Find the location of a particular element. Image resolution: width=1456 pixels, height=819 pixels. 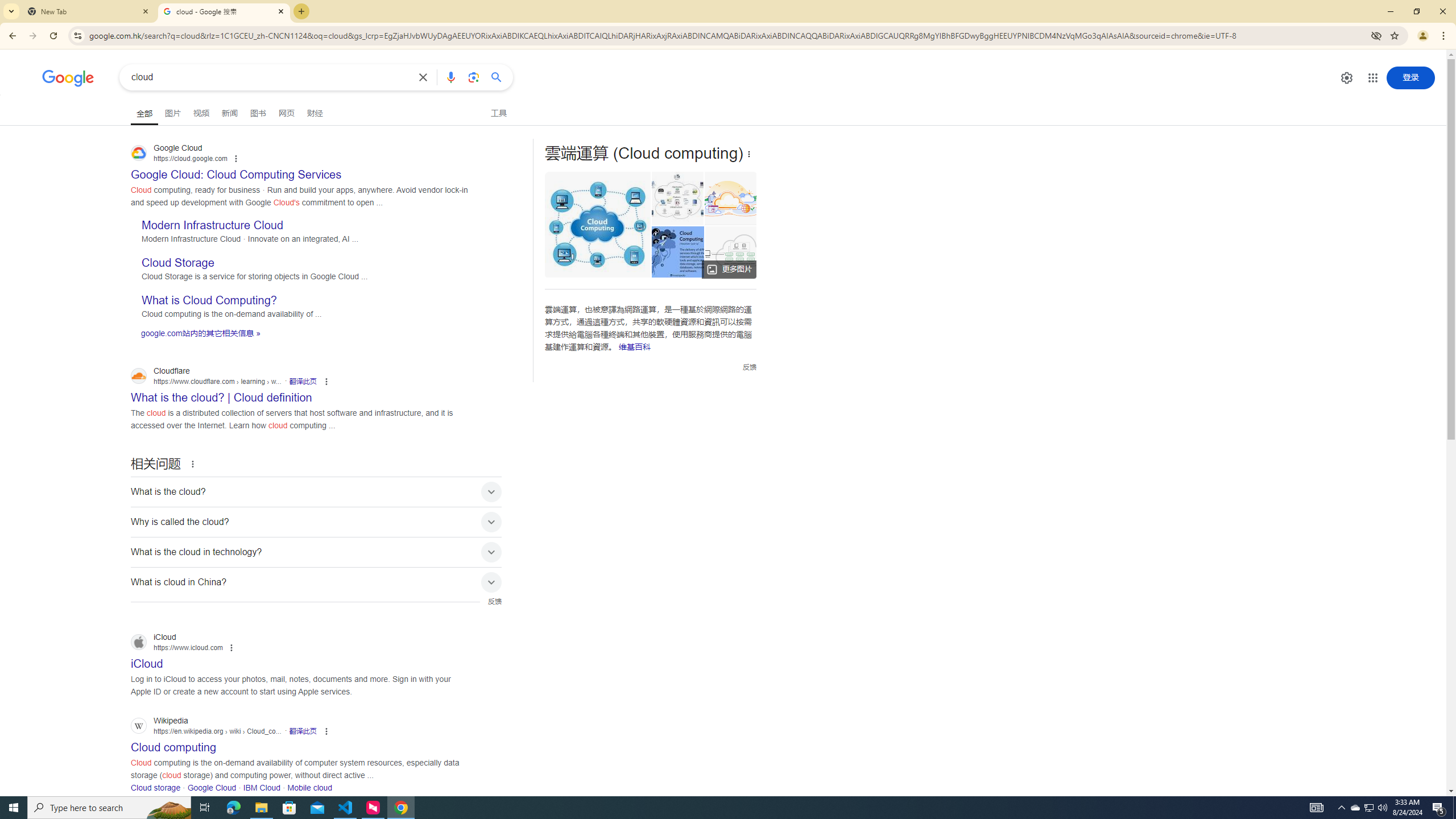

'What is Cloud Computing?' is located at coordinates (208, 300).